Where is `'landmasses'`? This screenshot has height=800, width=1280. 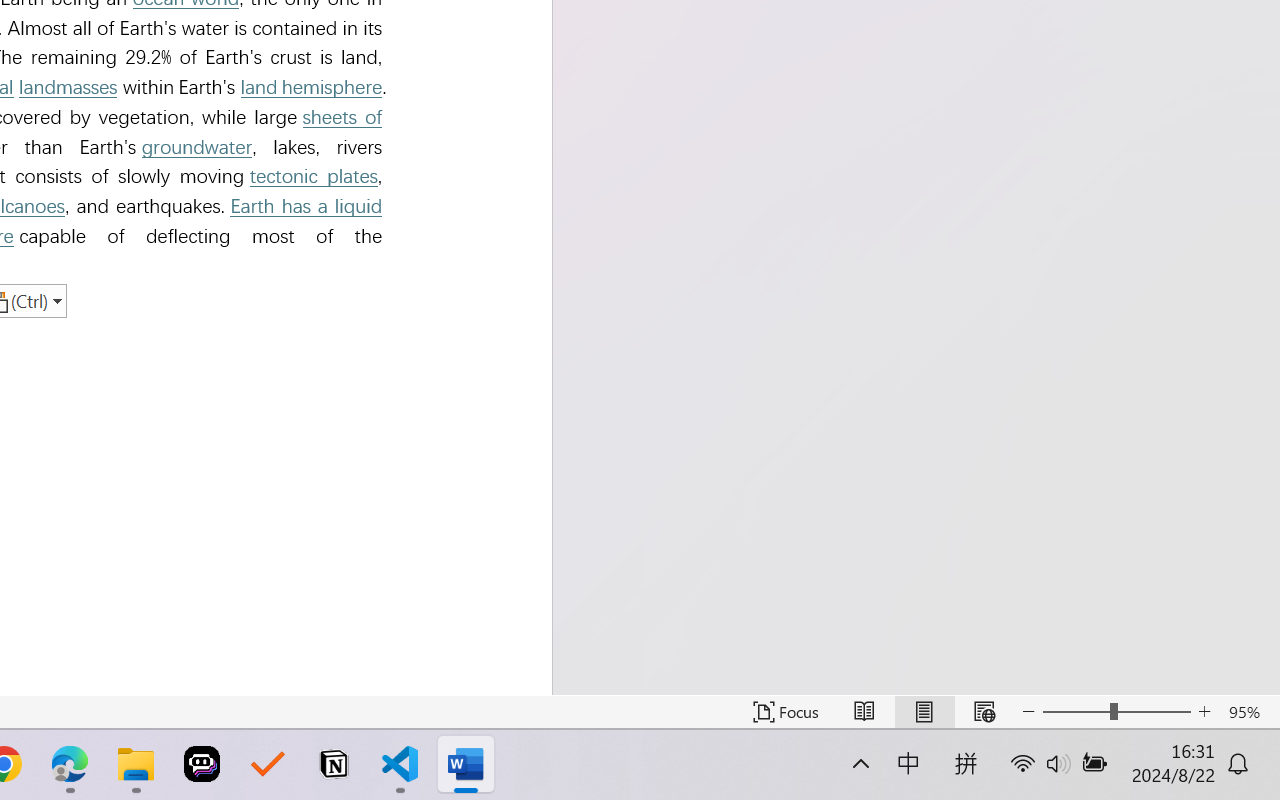 'landmasses' is located at coordinates (67, 87).